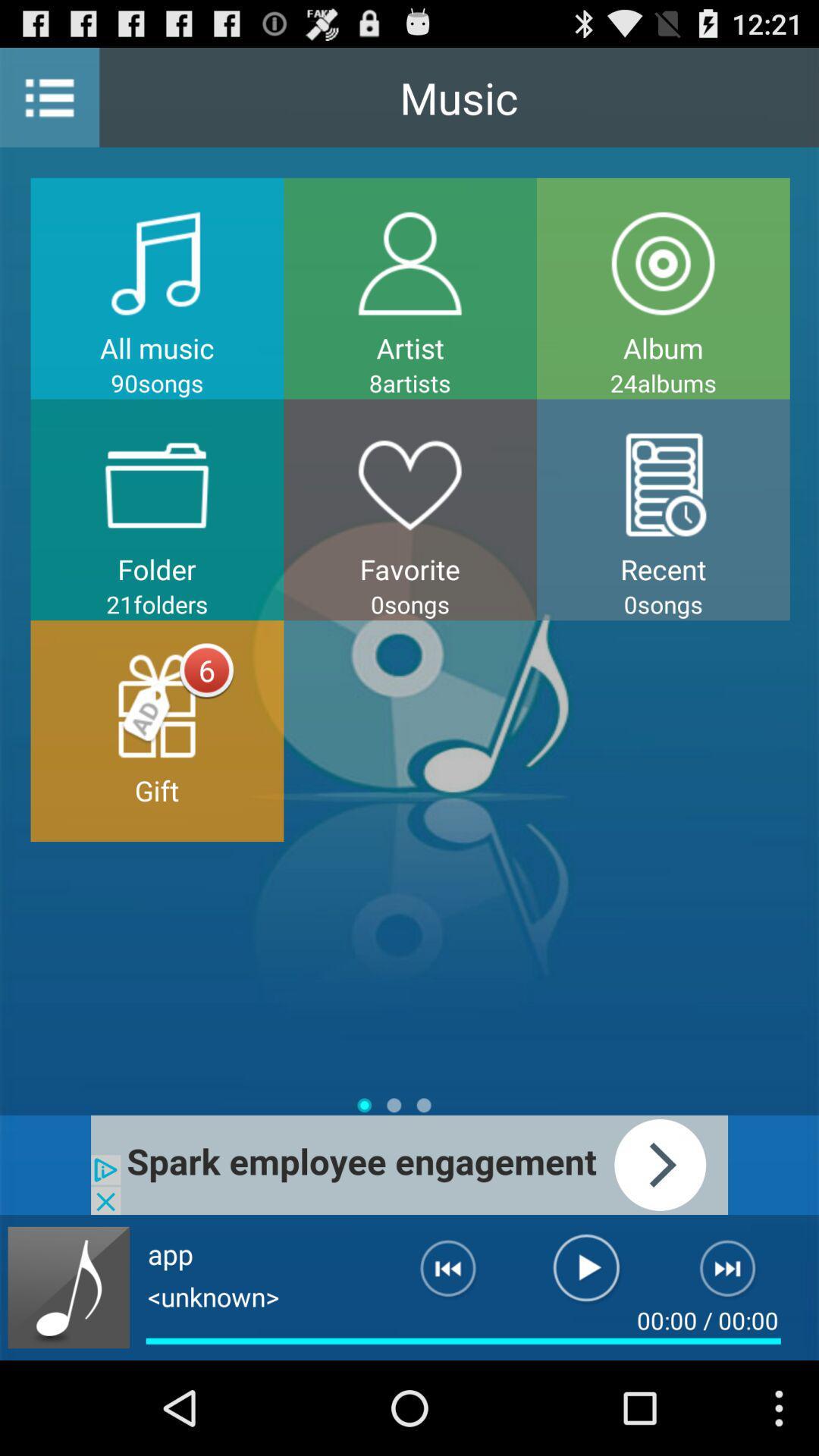 This screenshot has height=1456, width=819. What do you see at coordinates (736, 1274) in the screenshot?
I see `fast forward or go to next song` at bounding box center [736, 1274].